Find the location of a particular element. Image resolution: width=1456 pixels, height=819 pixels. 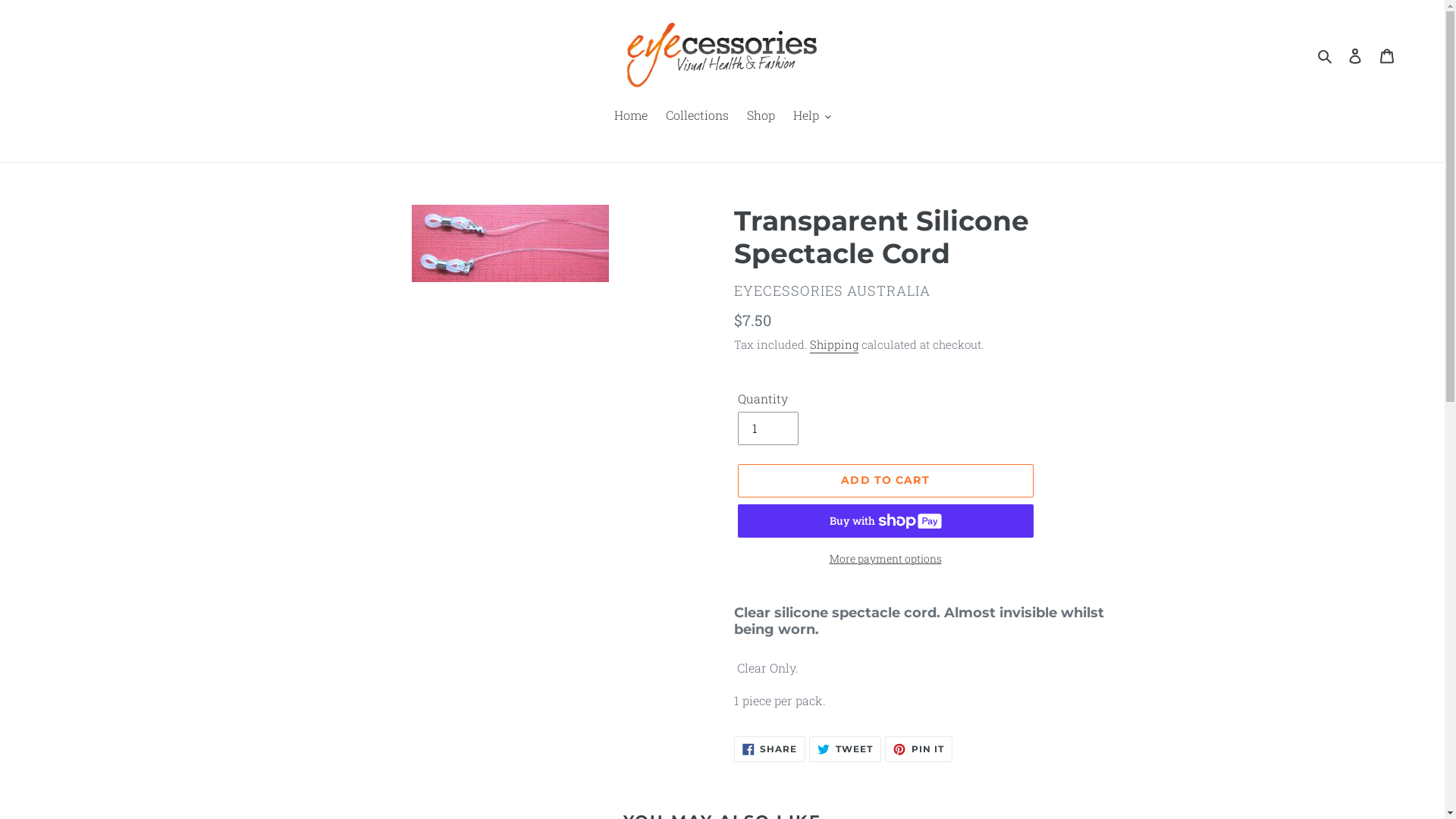

'TWEET is located at coordinates (844, 748).